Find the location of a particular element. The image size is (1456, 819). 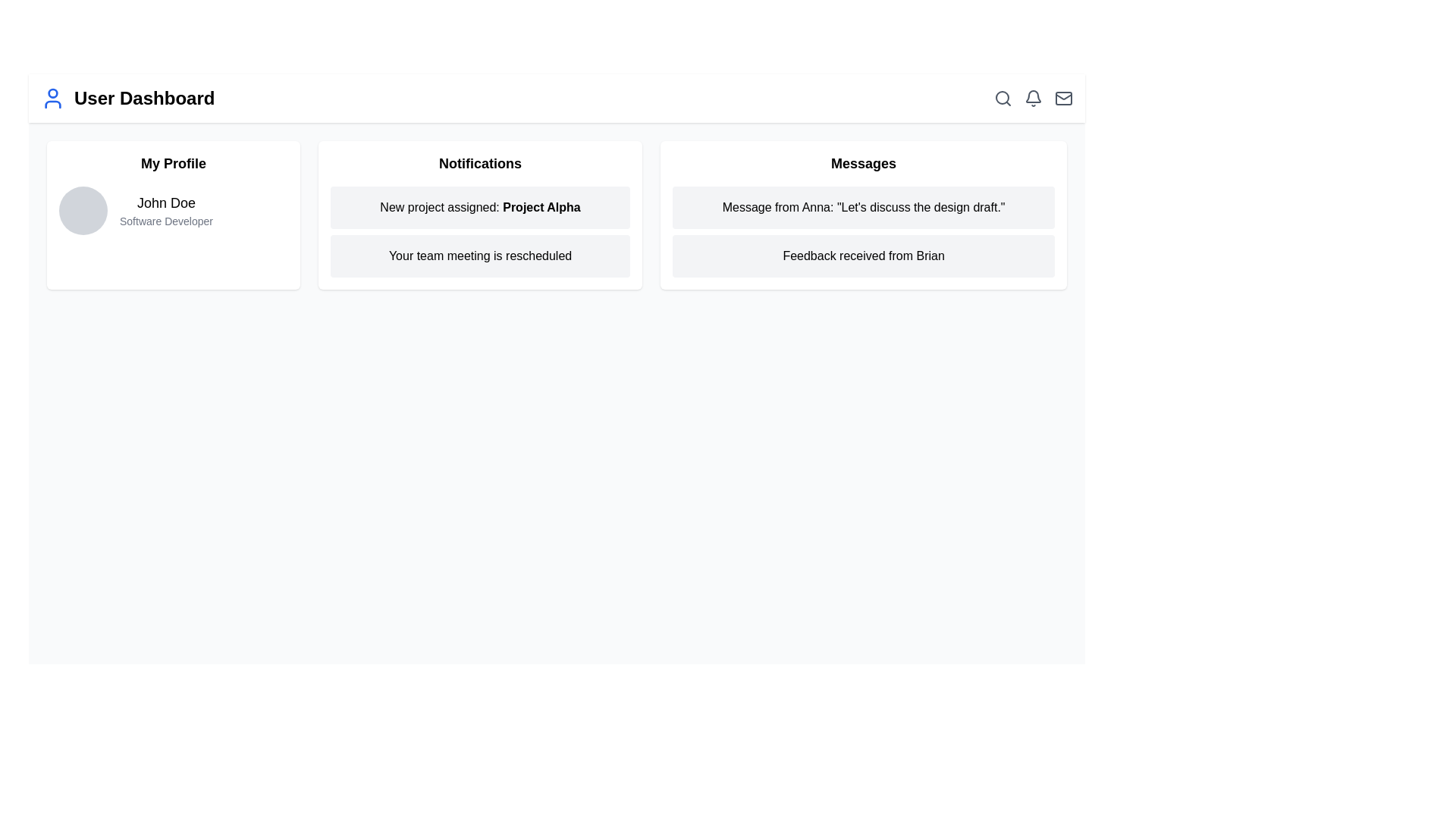

the profile title text label that identifies the user profile section, located at the top of the profile card, above the user's avatar and information is located at coordinates (173, 164).